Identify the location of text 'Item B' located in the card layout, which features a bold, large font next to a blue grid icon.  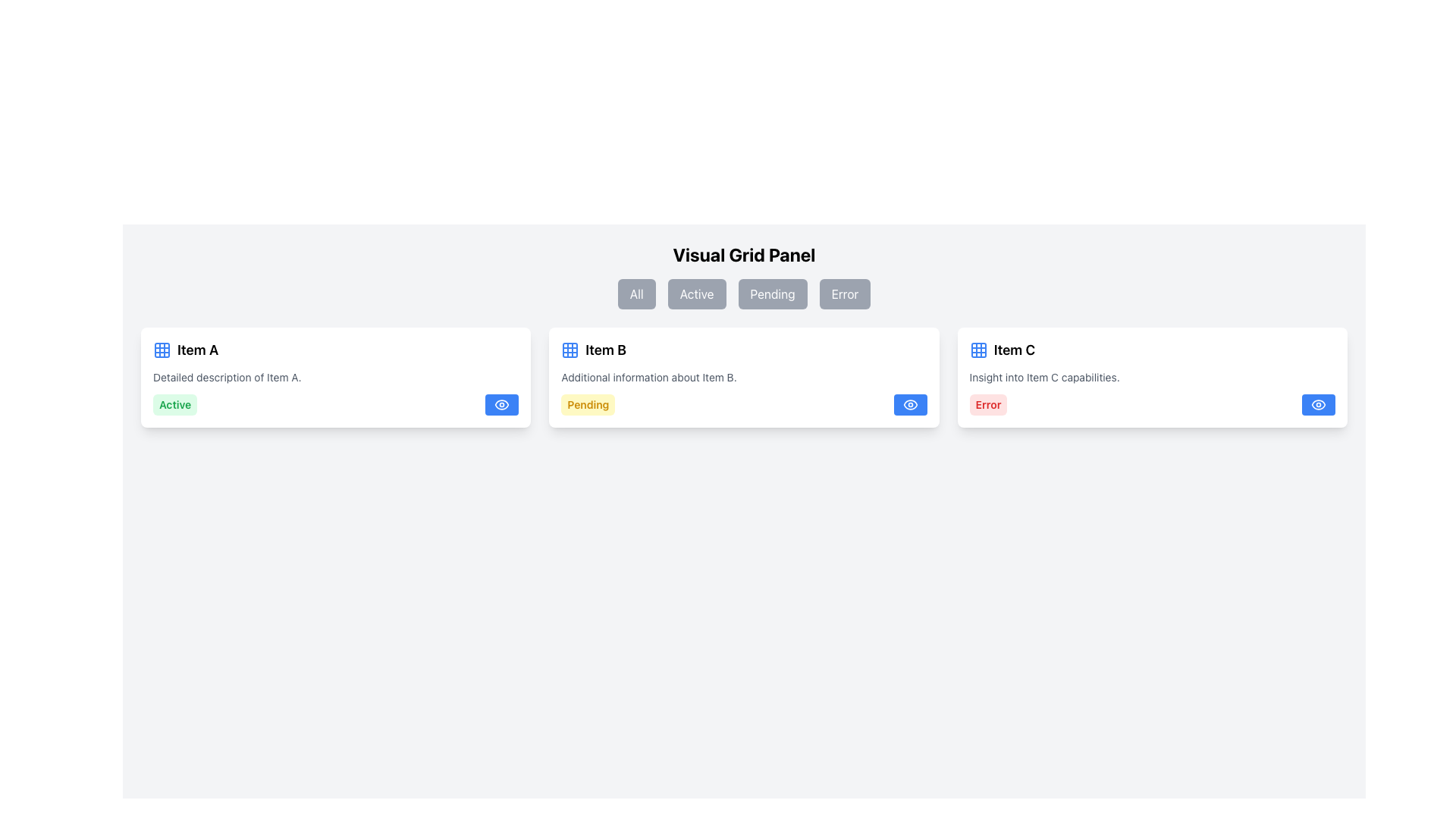
(593, 350).